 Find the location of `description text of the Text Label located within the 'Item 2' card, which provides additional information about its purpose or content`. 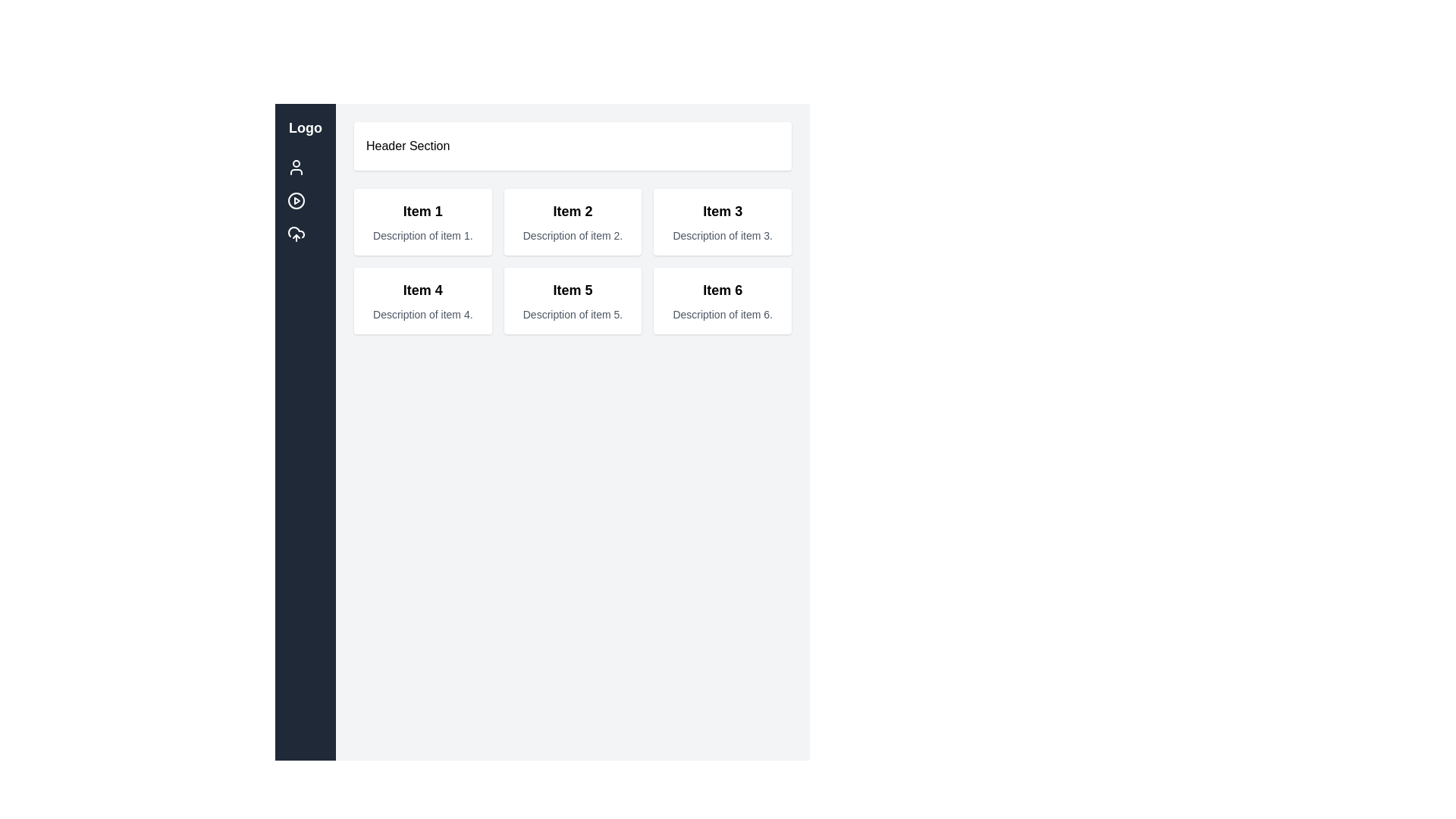

description text of the Text Label located within the 'Item 2' card, which provides additional information about its purpose or content is located at coordinates (572, 236).